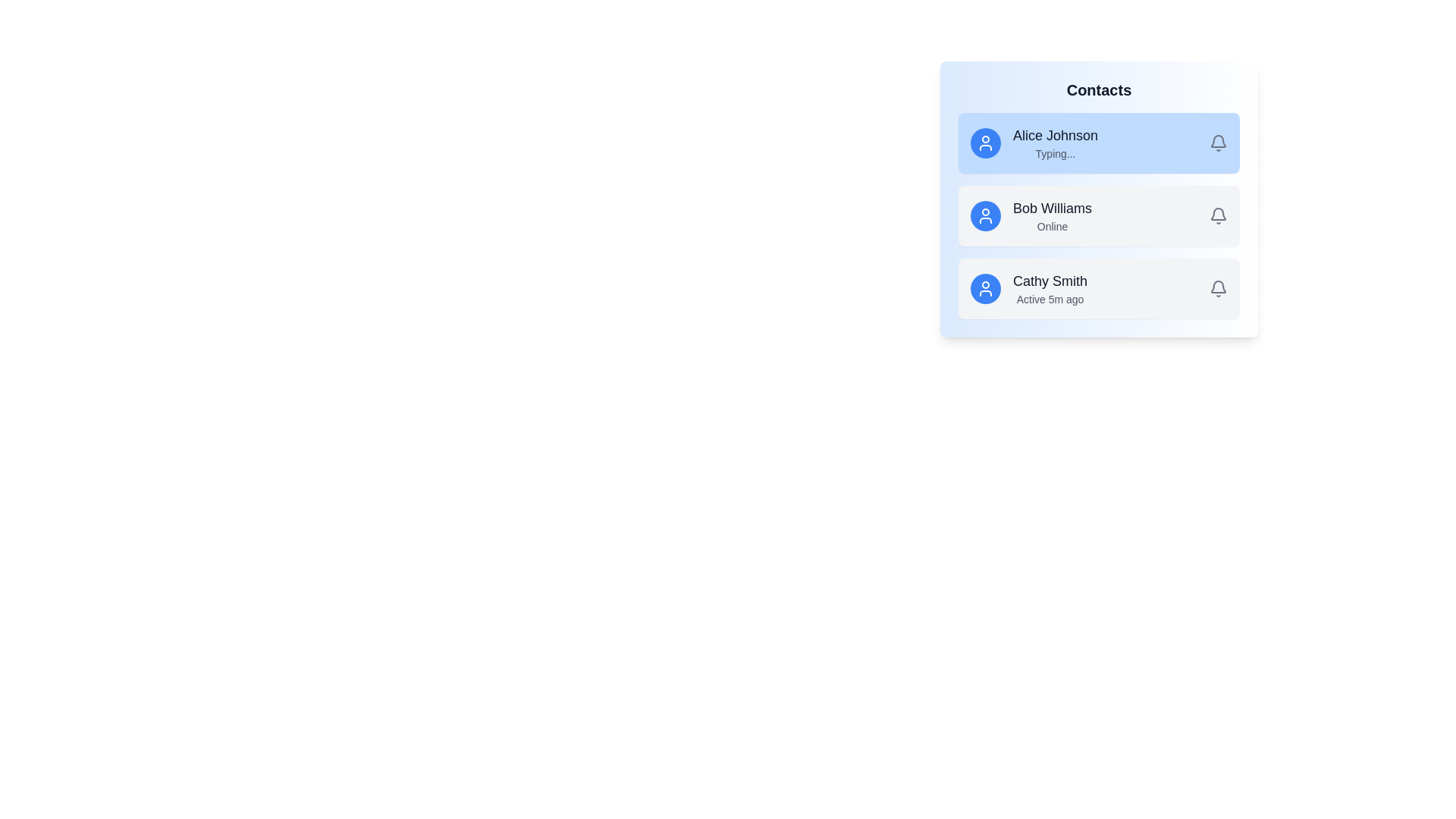  I want to click on and drag, so click(1055, 134).